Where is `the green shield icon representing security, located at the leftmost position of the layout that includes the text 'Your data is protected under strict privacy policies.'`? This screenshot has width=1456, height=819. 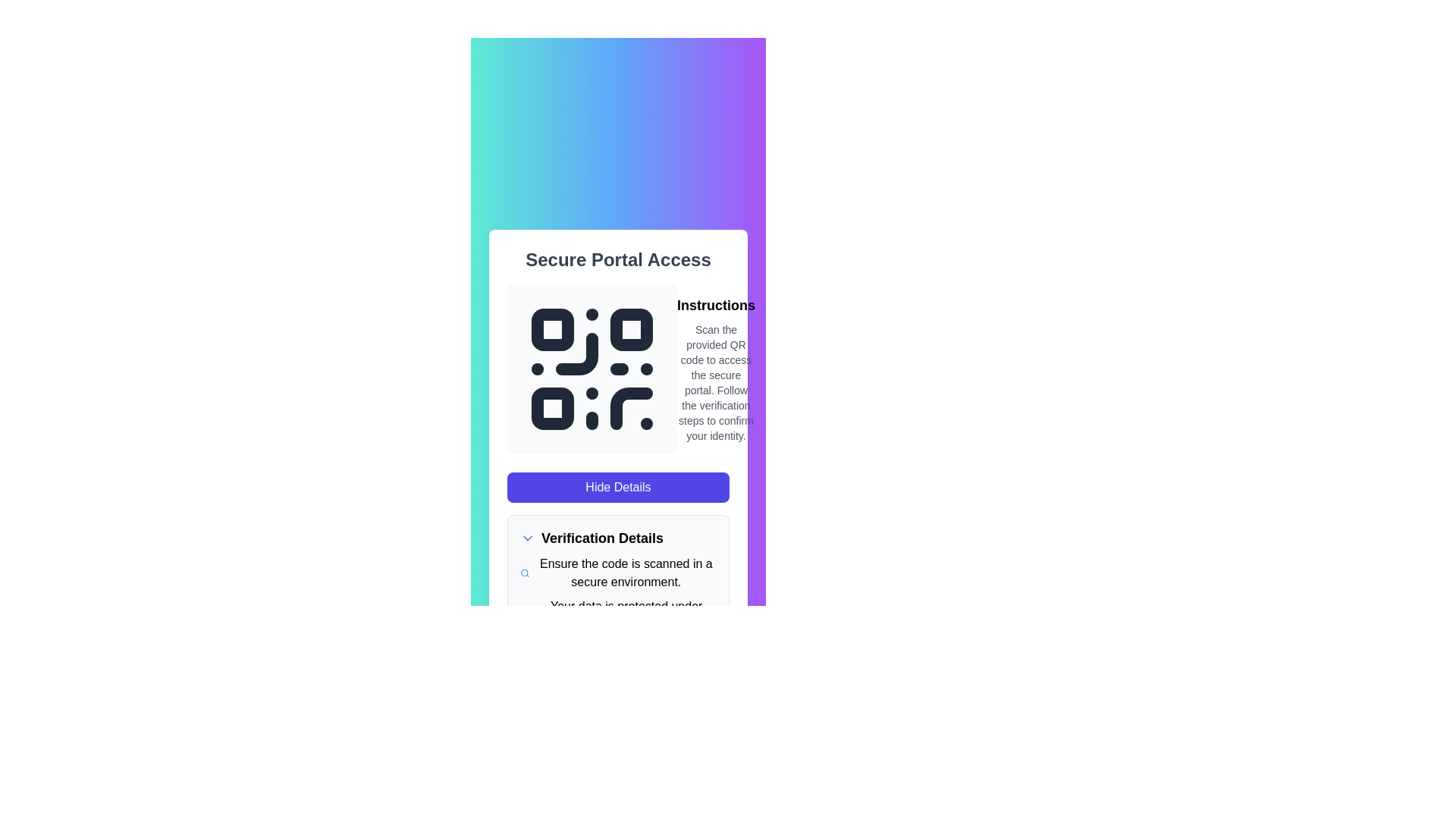
the green shield icon representing security, located at the leftmost position of the layout that includes the text 'Your data is protected under strict privacy policies.' is located at coordinates (525, 616).